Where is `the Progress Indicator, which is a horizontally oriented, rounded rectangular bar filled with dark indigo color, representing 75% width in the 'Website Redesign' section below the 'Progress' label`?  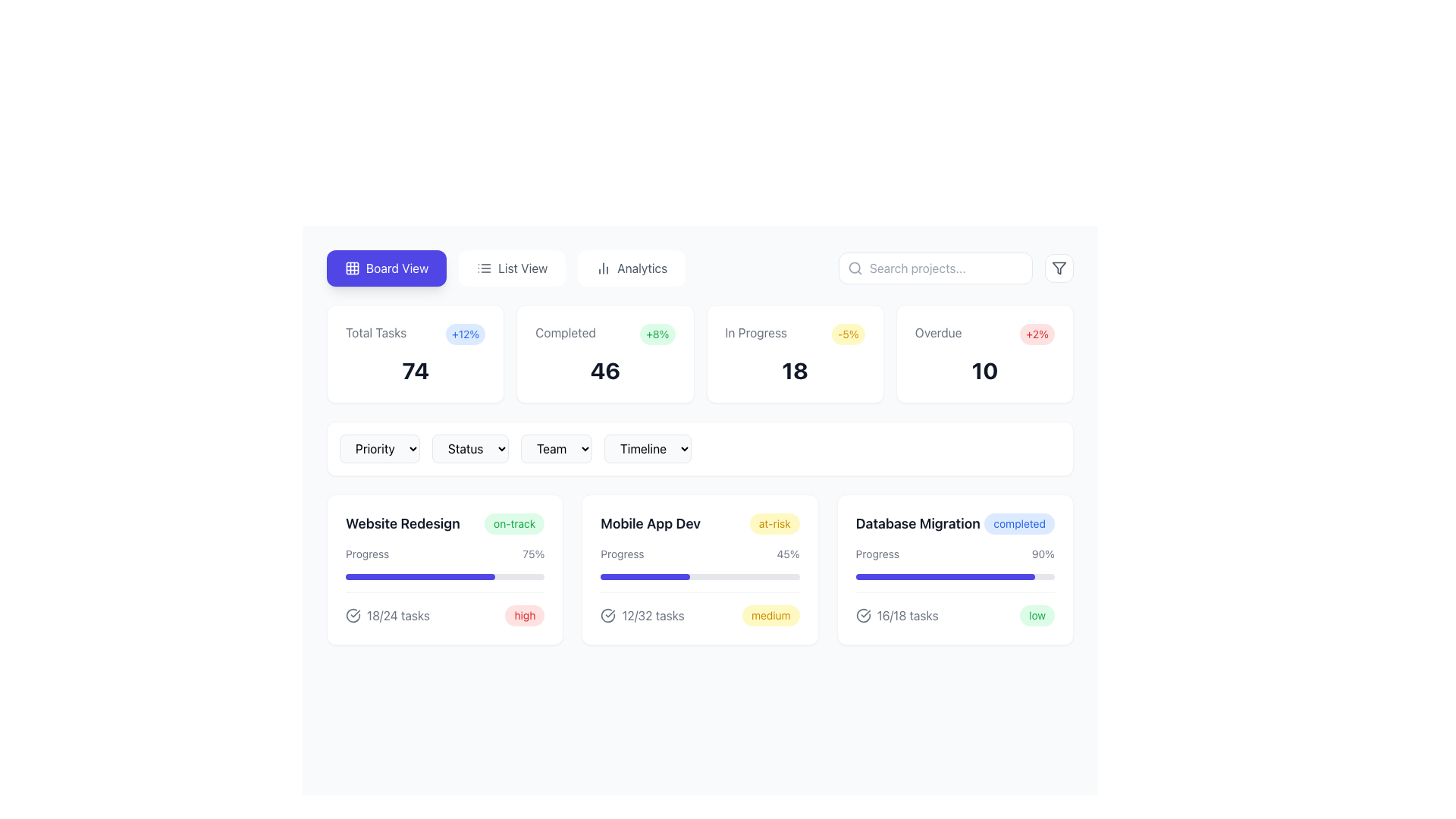 the Progress Indicator, which is a horizontally oriented, rounded rectangular bar filled with dark indigo color, representing 75% width in the 'Website Redesign' section below the 'Progress' label is located at coordinates (420, 576).